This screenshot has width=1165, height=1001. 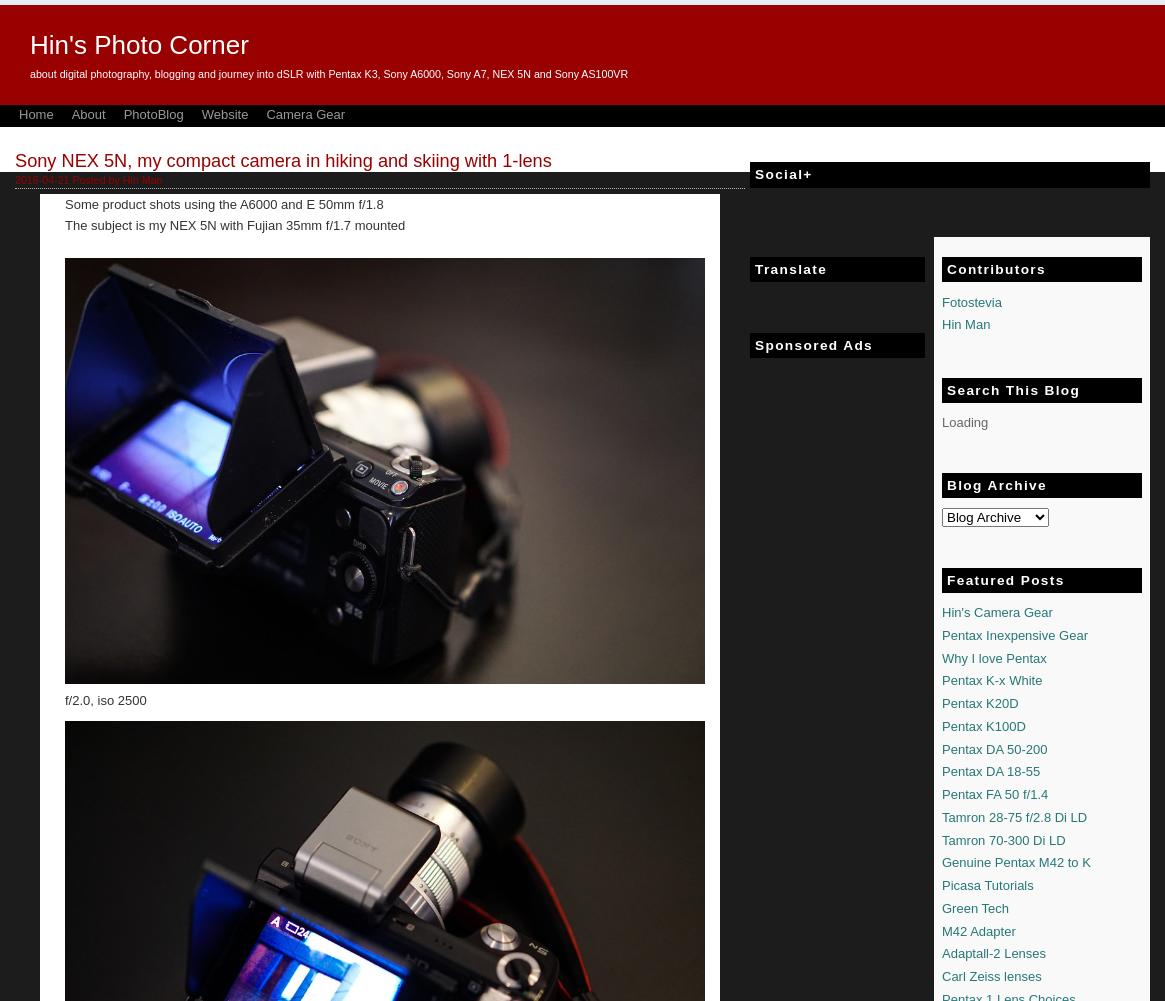 What do you see at coordinates (43, 178) in the screenshot?
I see `'2016-04-21'` at bounding box center [43, 178].